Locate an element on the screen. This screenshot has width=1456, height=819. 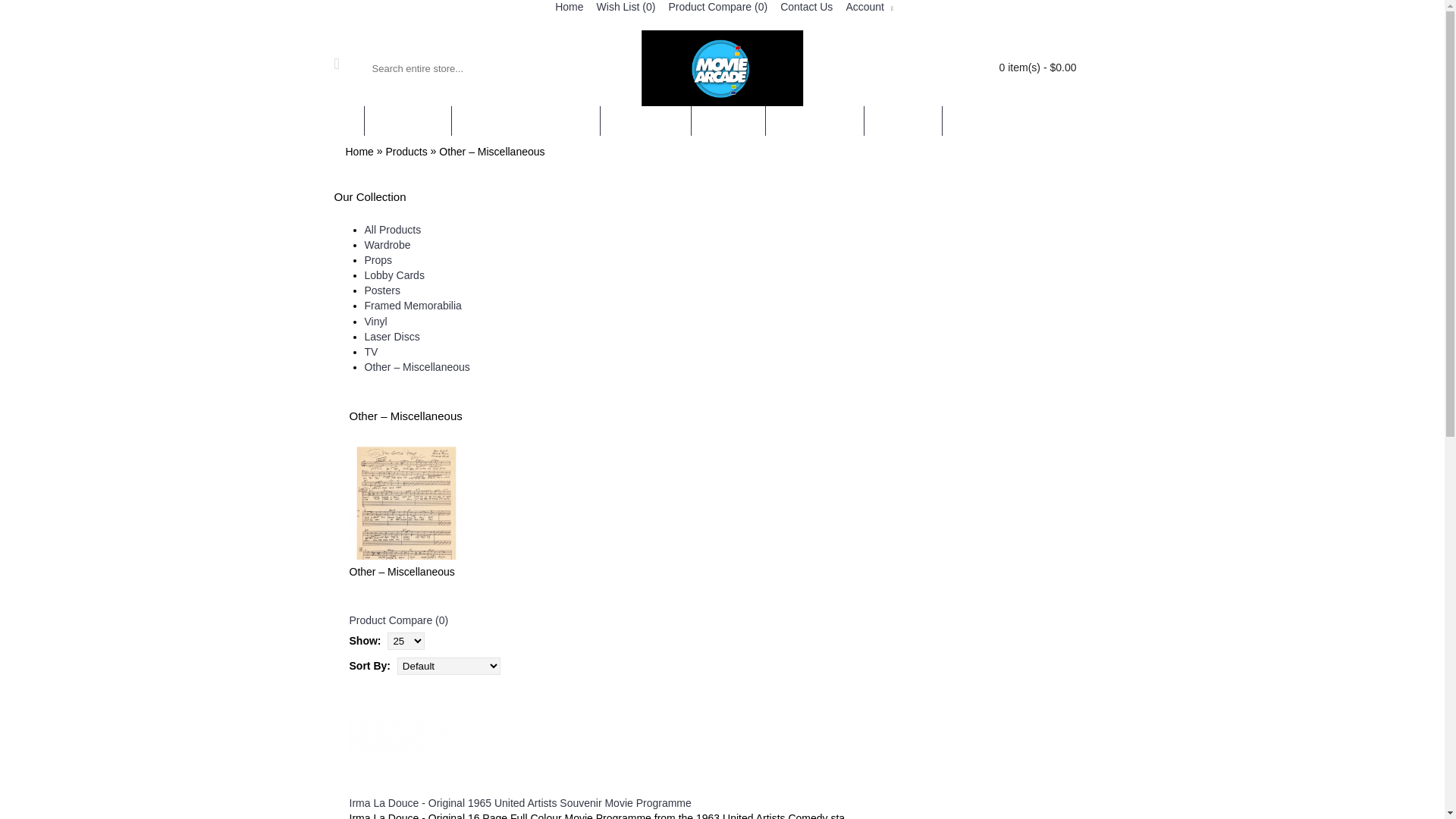
'Laser Discs' is located at coordinates (391, 335).